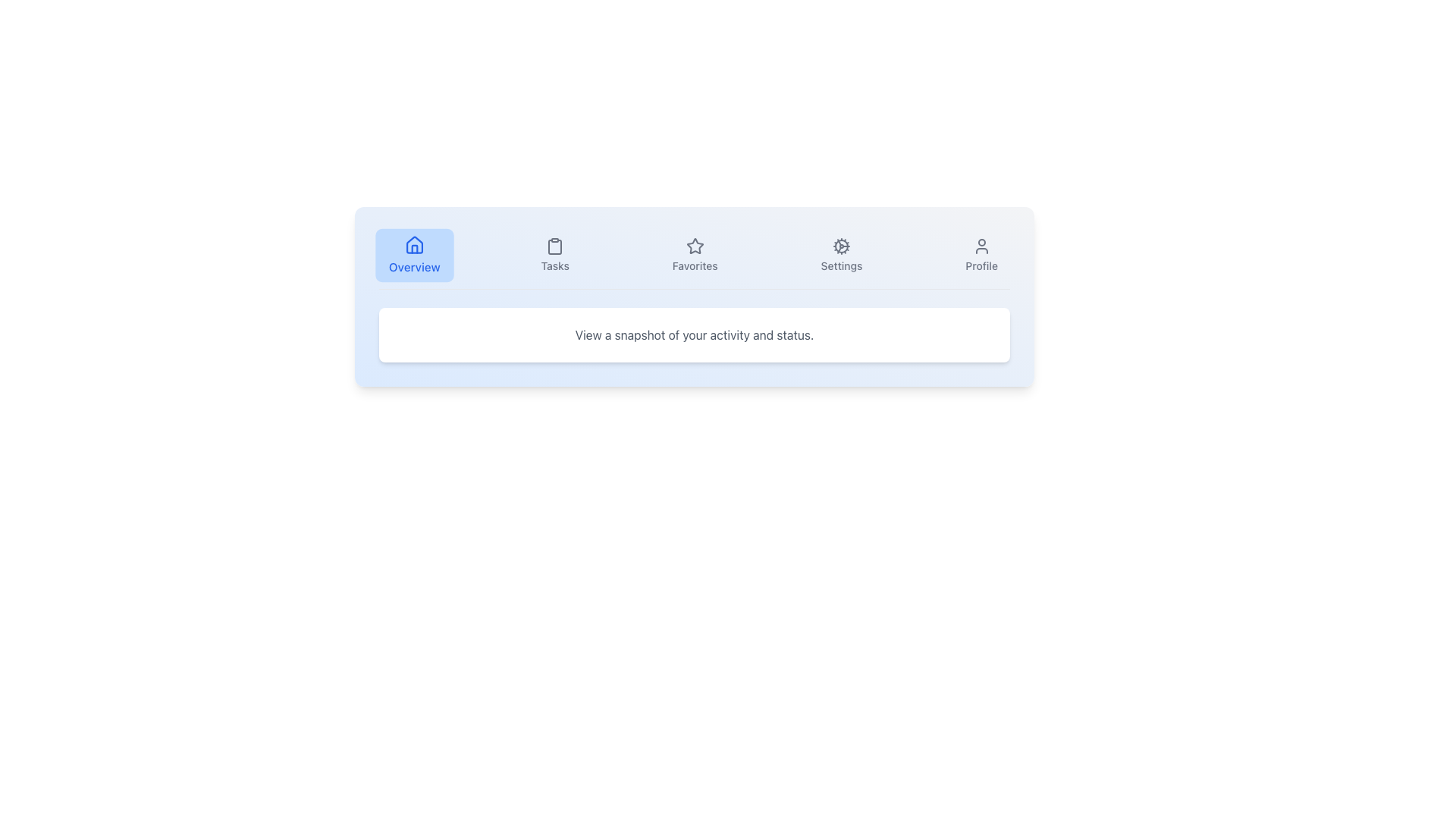 The height and width of the screenshot is (819, 1456). Describe the element at coordinates (414, 244) in the screenshot. I see `the leftmost icon in the navigation menu that redirects to the 'Overview' page, which is situated directly above the text 'Overview'` at that location.